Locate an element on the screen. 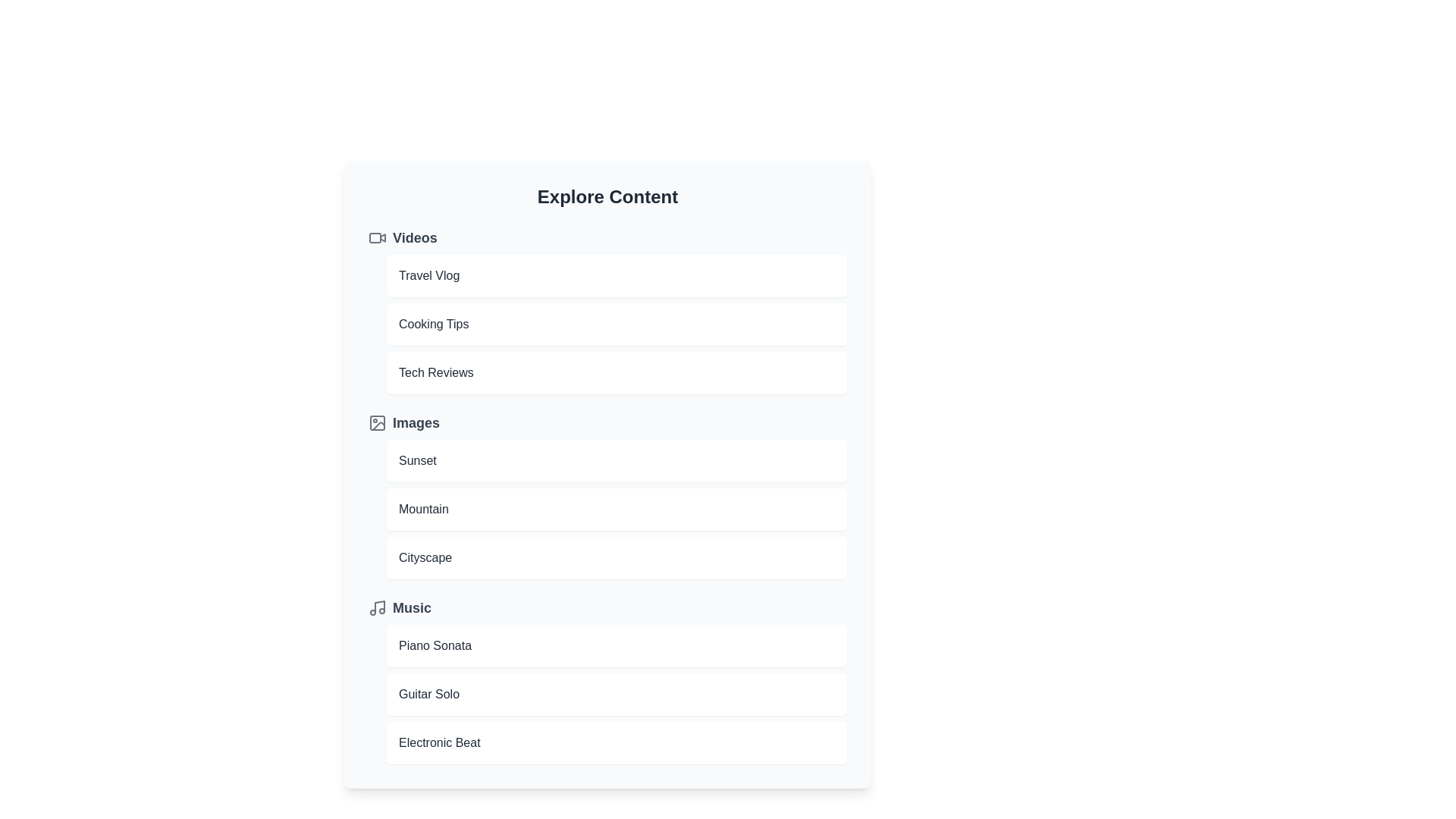 The image size is (1456, 819). the item Mountain to open it is located at coordinates (617, 509).